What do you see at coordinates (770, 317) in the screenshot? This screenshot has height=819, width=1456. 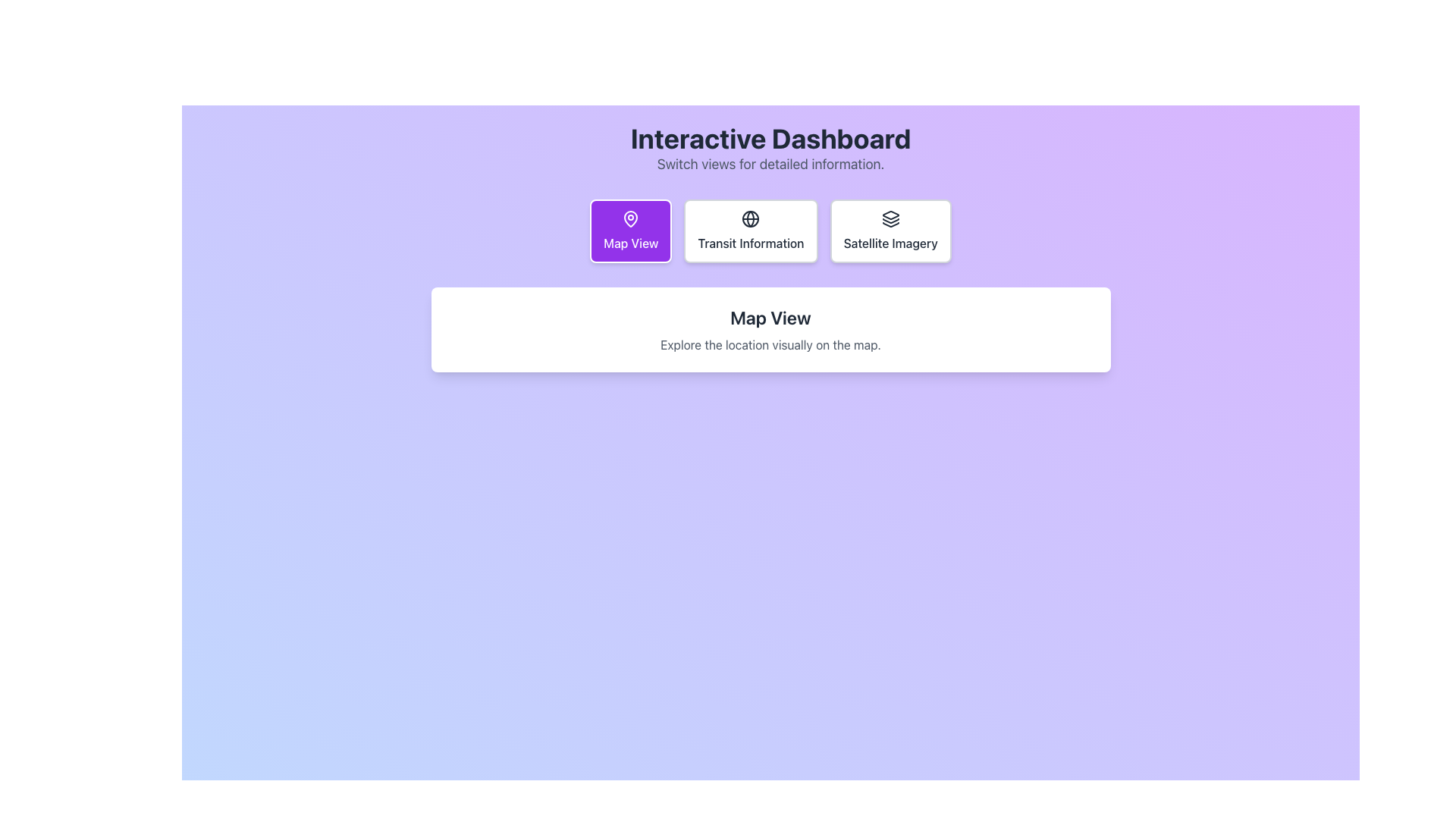 I see `the 'Map View' header element, which indicates the feature for exploring locations visually on the map` at bounding box center [770, 317].